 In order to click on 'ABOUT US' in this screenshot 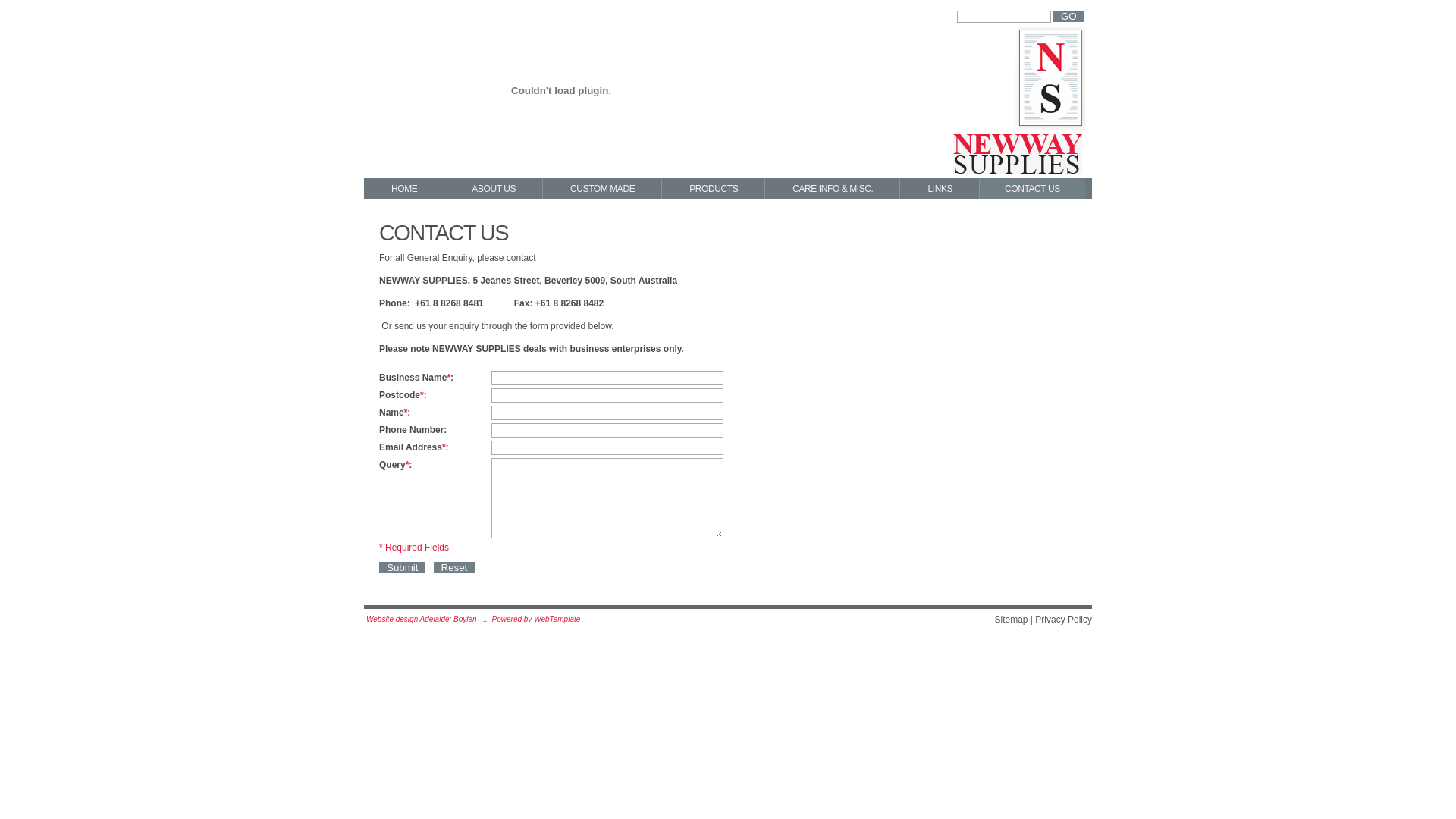, I will do `click(443, 188)`.